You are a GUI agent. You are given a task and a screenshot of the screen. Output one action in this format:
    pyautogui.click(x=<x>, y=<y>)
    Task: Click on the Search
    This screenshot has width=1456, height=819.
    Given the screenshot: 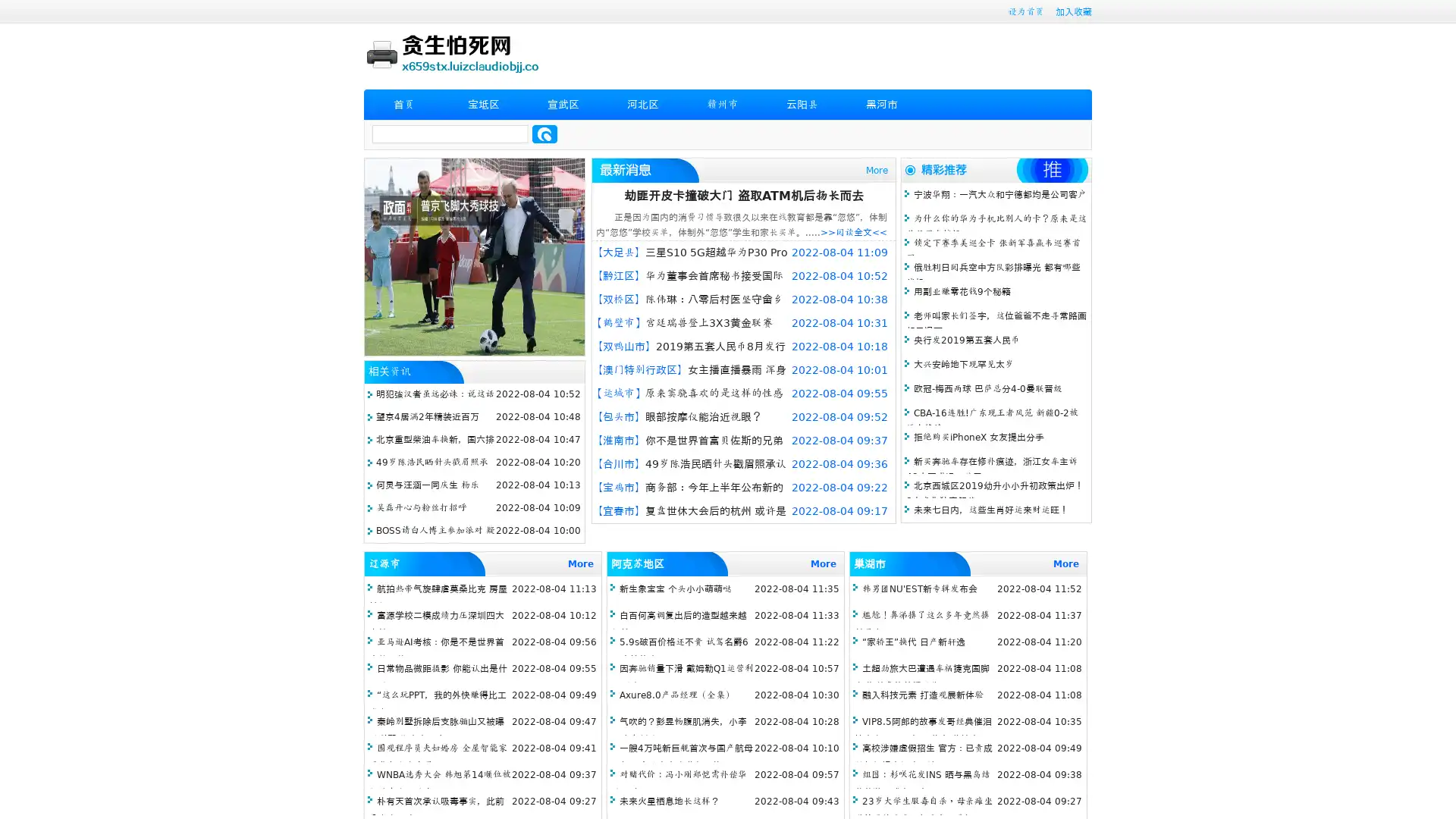 What is the action you would take?
    pyautogui.click(x=544, y=133)
    